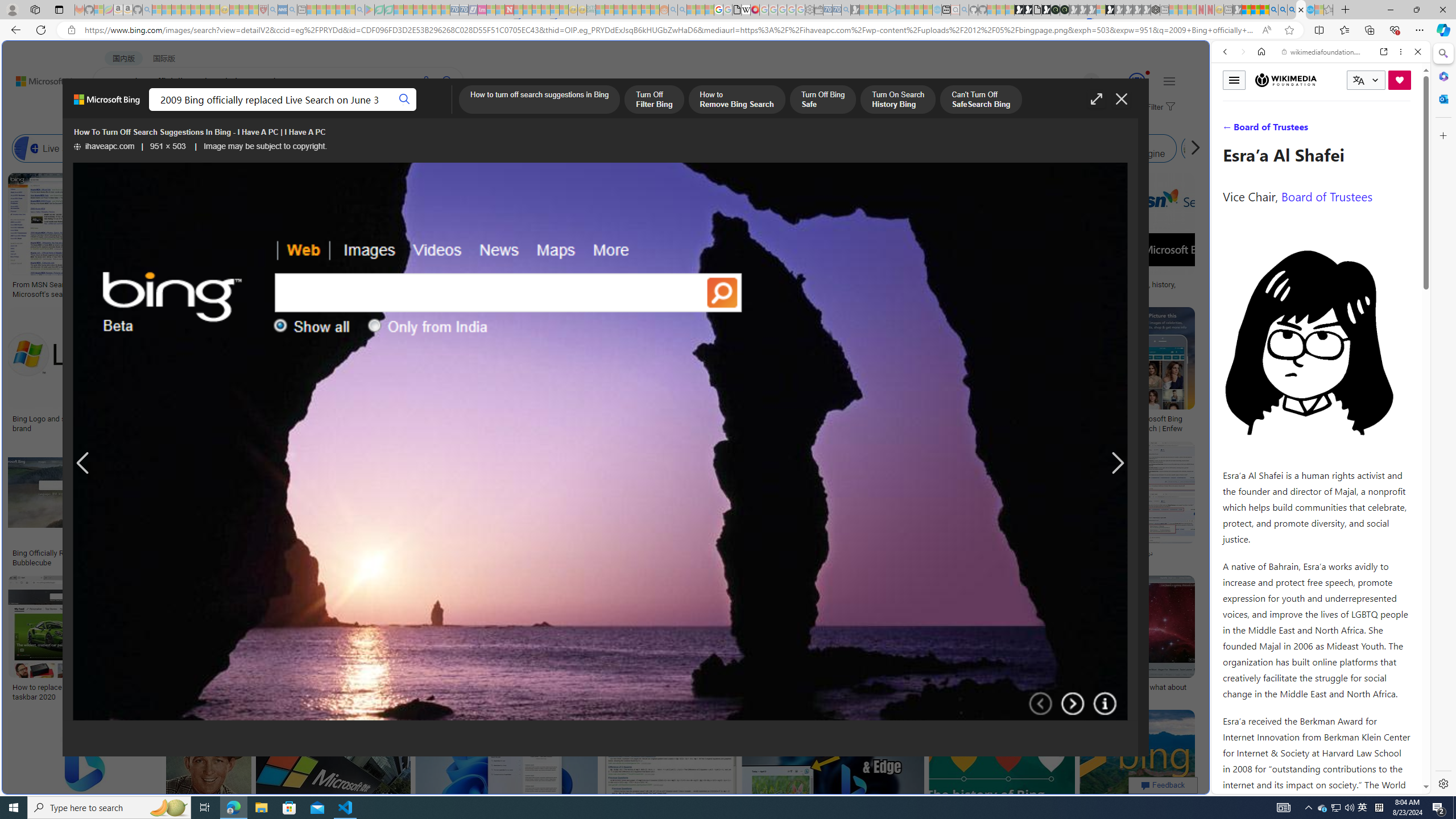 The width and height of the screenshot is (1456, 819). What do you see at coordinates (1442, 135) in the screenshot?
I see `'Close Customize pane'` at bounding box center [1442, 135].